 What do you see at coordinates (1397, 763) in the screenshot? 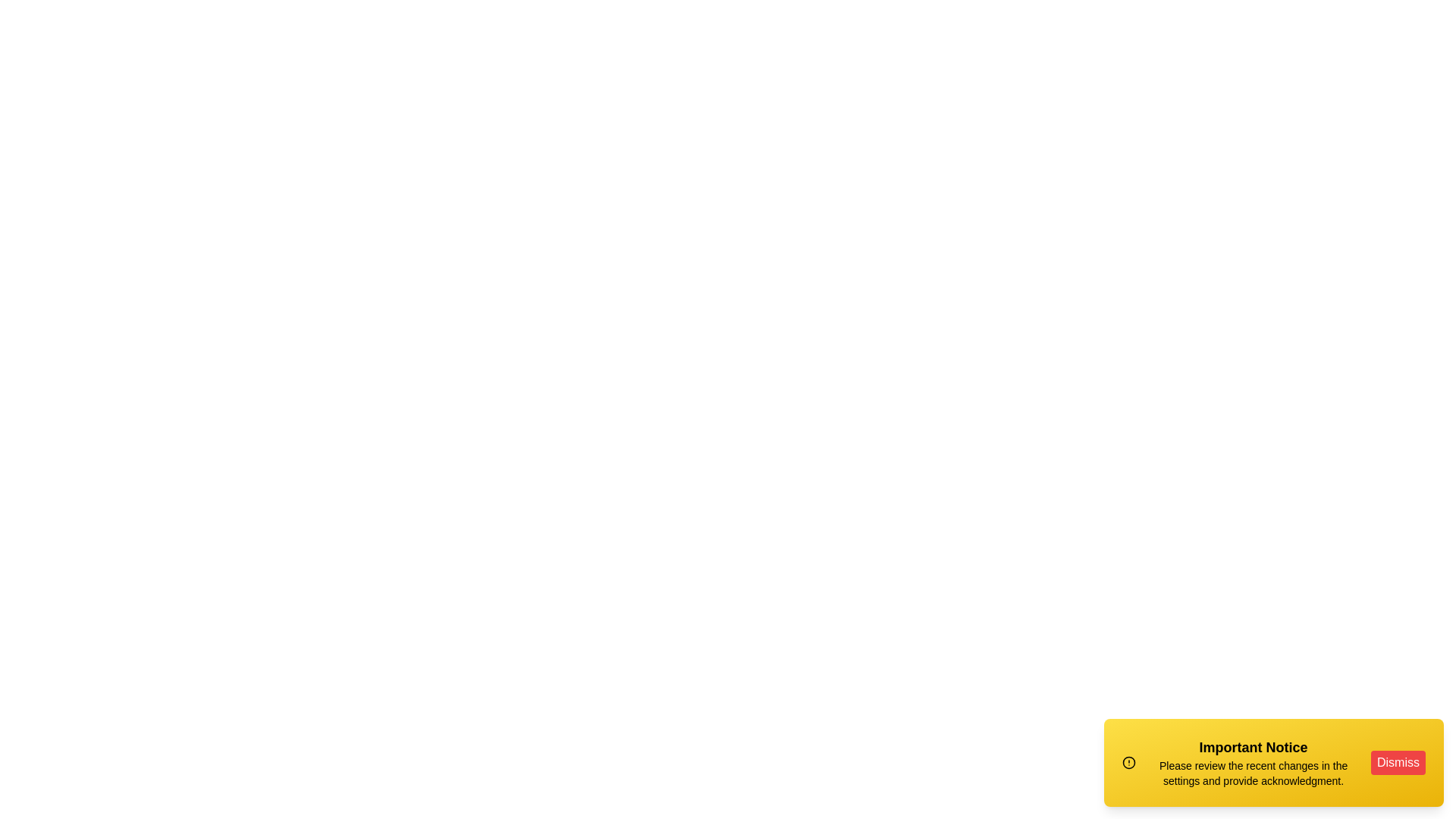
I see `'Dismiss' button to close the alert` at bounding box center [1397, 763].